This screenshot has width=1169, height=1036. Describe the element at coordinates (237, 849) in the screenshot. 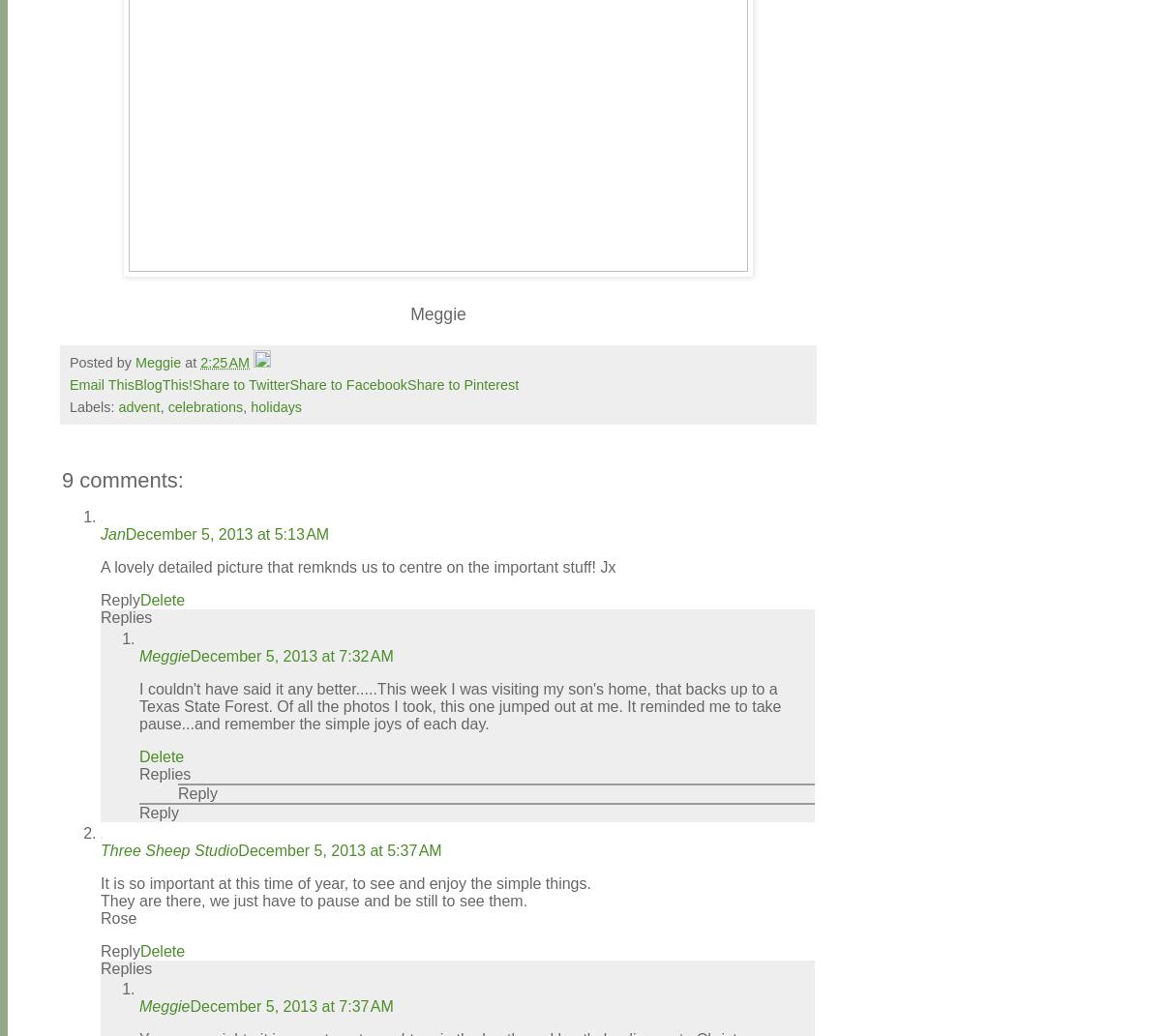

I see `'December 5, 2013 at 5:37 AM'` at that location.